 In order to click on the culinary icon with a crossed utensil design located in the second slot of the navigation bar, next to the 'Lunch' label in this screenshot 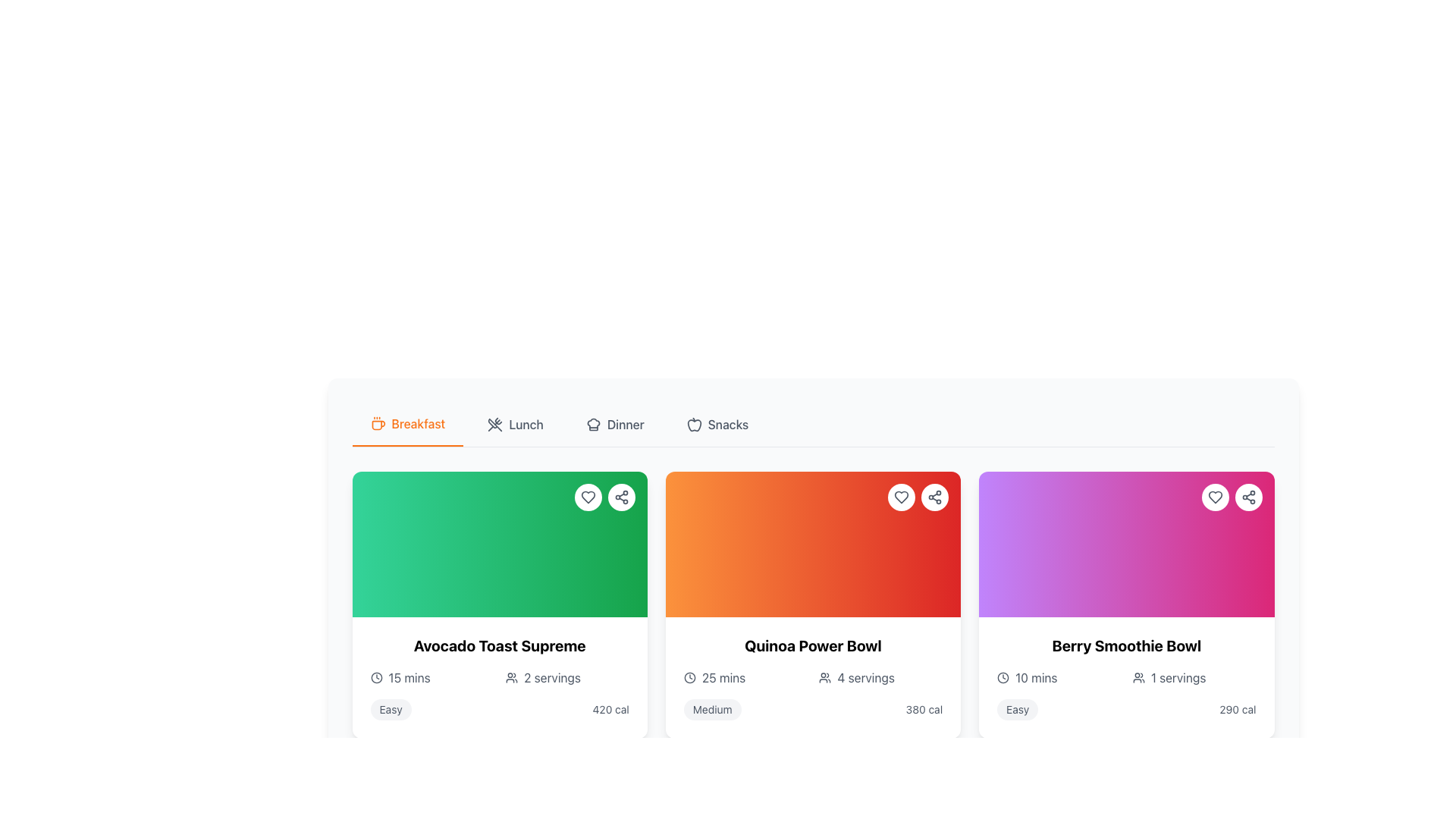, I will do `click(495, 425)`.